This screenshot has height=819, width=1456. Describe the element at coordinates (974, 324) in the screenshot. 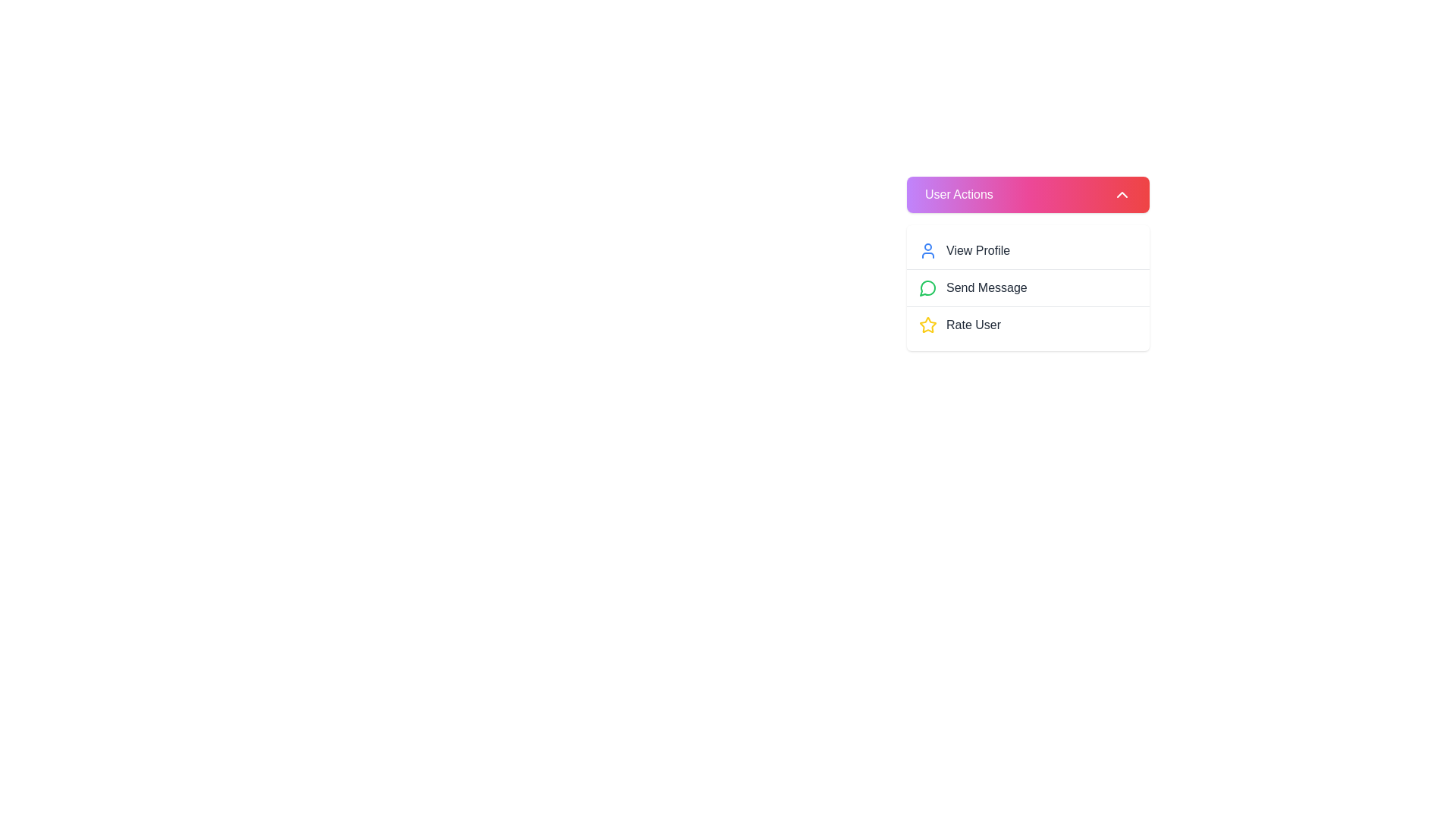

I see `the 'Rate User' text label in the dropdown menu titled 'User Actions', which is the third entry below 'View Profile' and 'Send Message', and aligned with a yellow star icon` at that location.